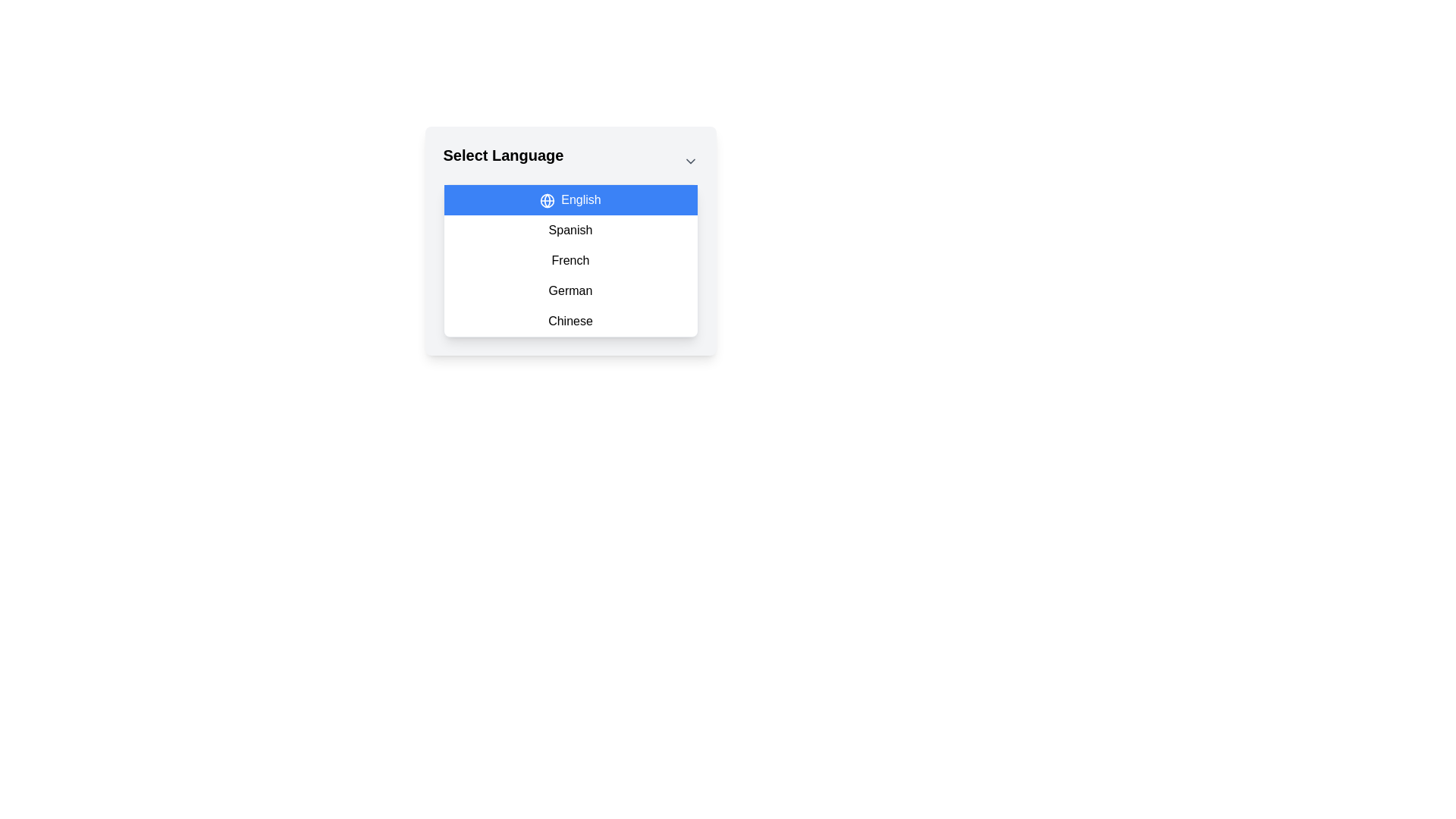 The image size is (1456, 819). What do you see at coordinates (547, 199) in the screenshot?
I see `the circular outline of the globe icon in the SVG graphic representing the 'Language' option, located to the left of the text 'English' in the drop-down menu` at bounding box center [547, 199].